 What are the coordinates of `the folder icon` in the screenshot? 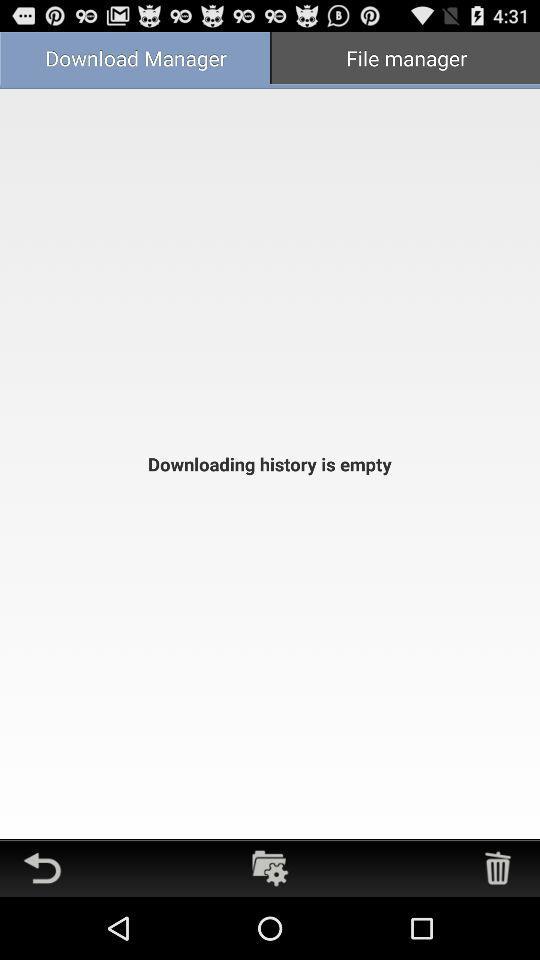 It's located at (270, 929).